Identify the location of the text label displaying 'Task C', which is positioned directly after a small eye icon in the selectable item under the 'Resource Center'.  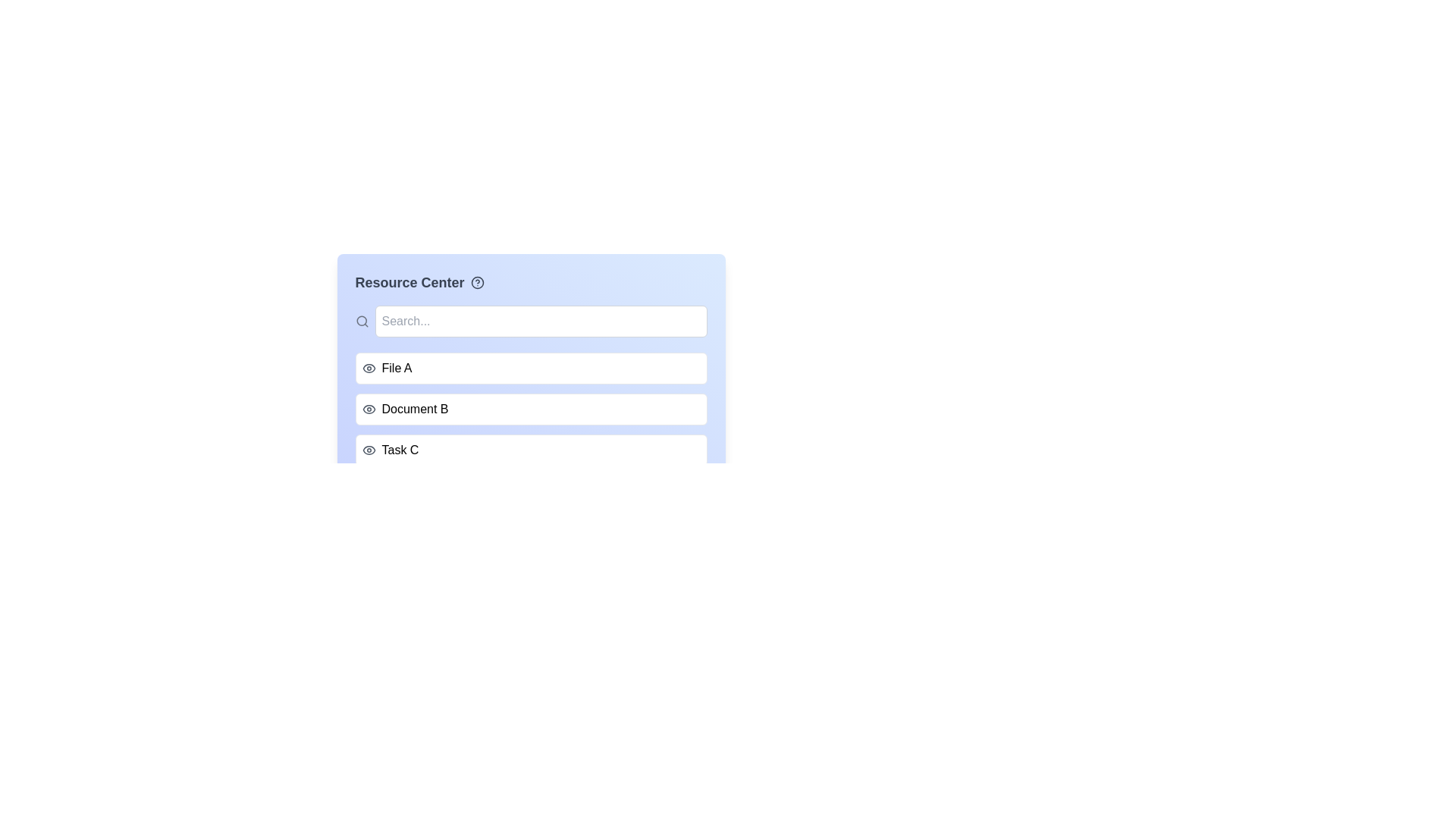
(400, 450).